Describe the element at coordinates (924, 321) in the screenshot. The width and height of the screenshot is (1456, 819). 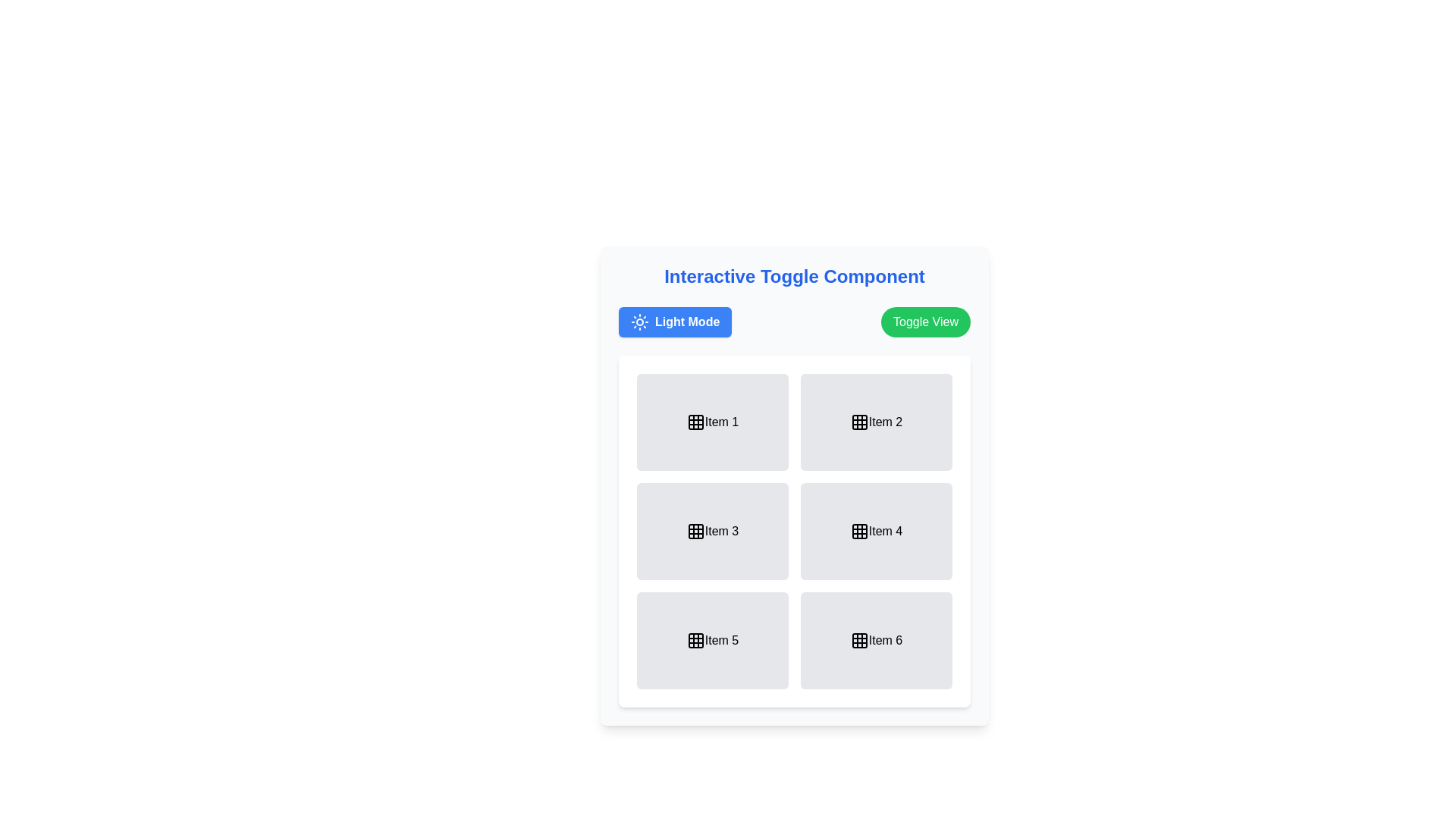
I see `the 'Toggle View' button, which is a rounded rectangle with a vibrant green background and contains the white text 'Toggle View'` at that location.